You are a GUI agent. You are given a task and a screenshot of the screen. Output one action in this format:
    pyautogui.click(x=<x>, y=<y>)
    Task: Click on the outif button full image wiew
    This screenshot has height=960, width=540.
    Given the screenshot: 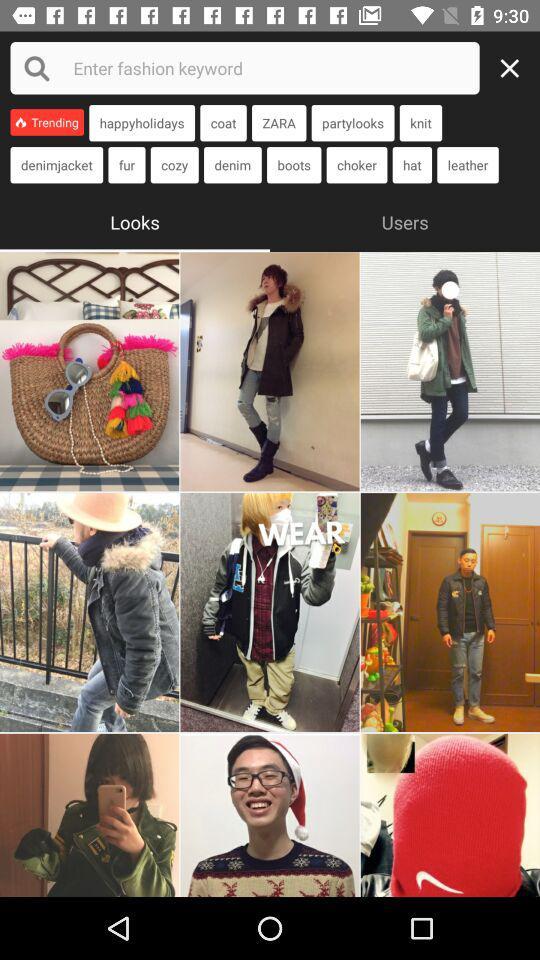 What is the action you would take?
    pyautogui.click(x=270, y=370)
    